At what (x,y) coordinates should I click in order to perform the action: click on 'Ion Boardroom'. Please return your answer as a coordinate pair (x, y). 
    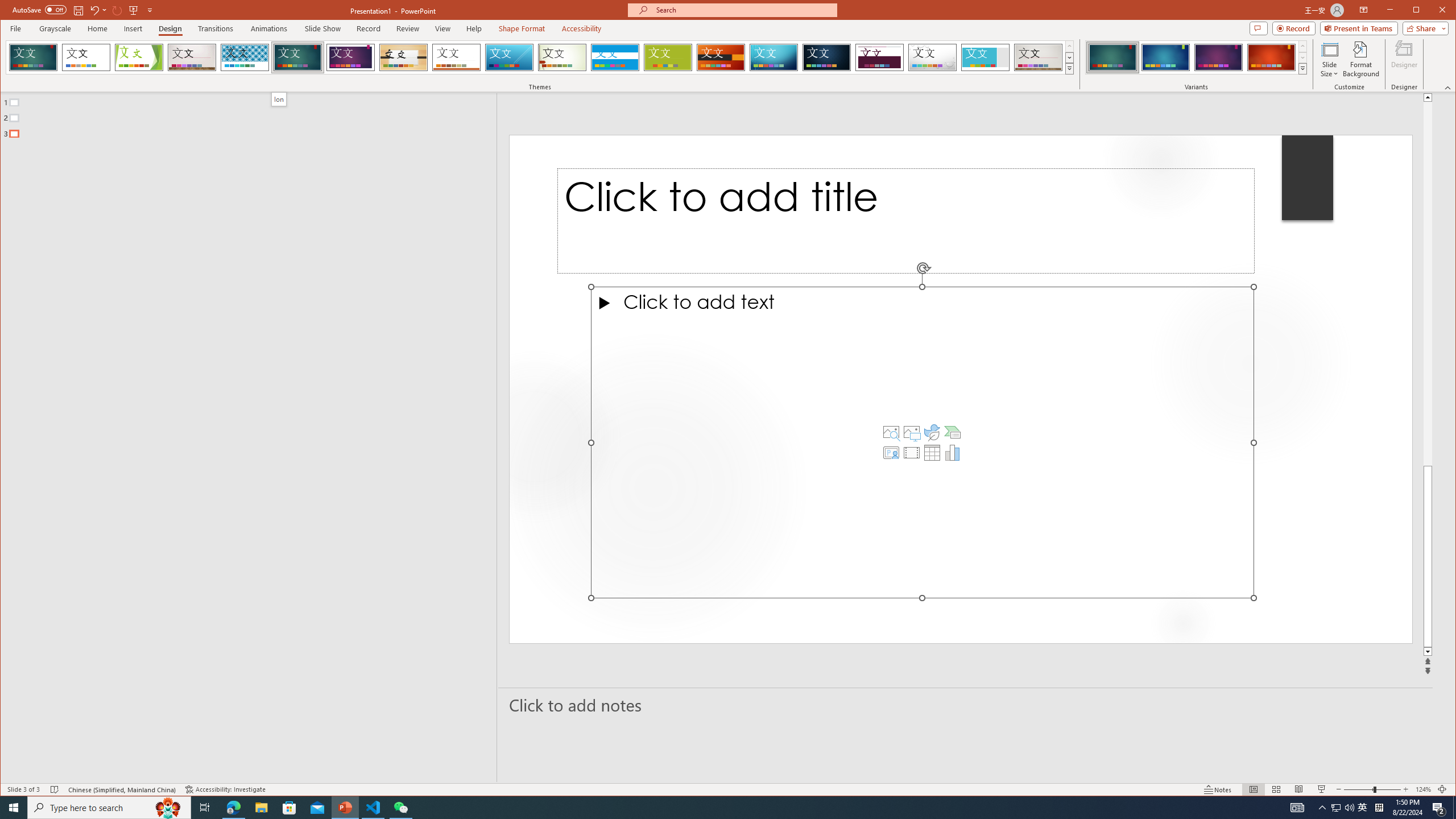
    Looking at the image, I should click on (350, 57).